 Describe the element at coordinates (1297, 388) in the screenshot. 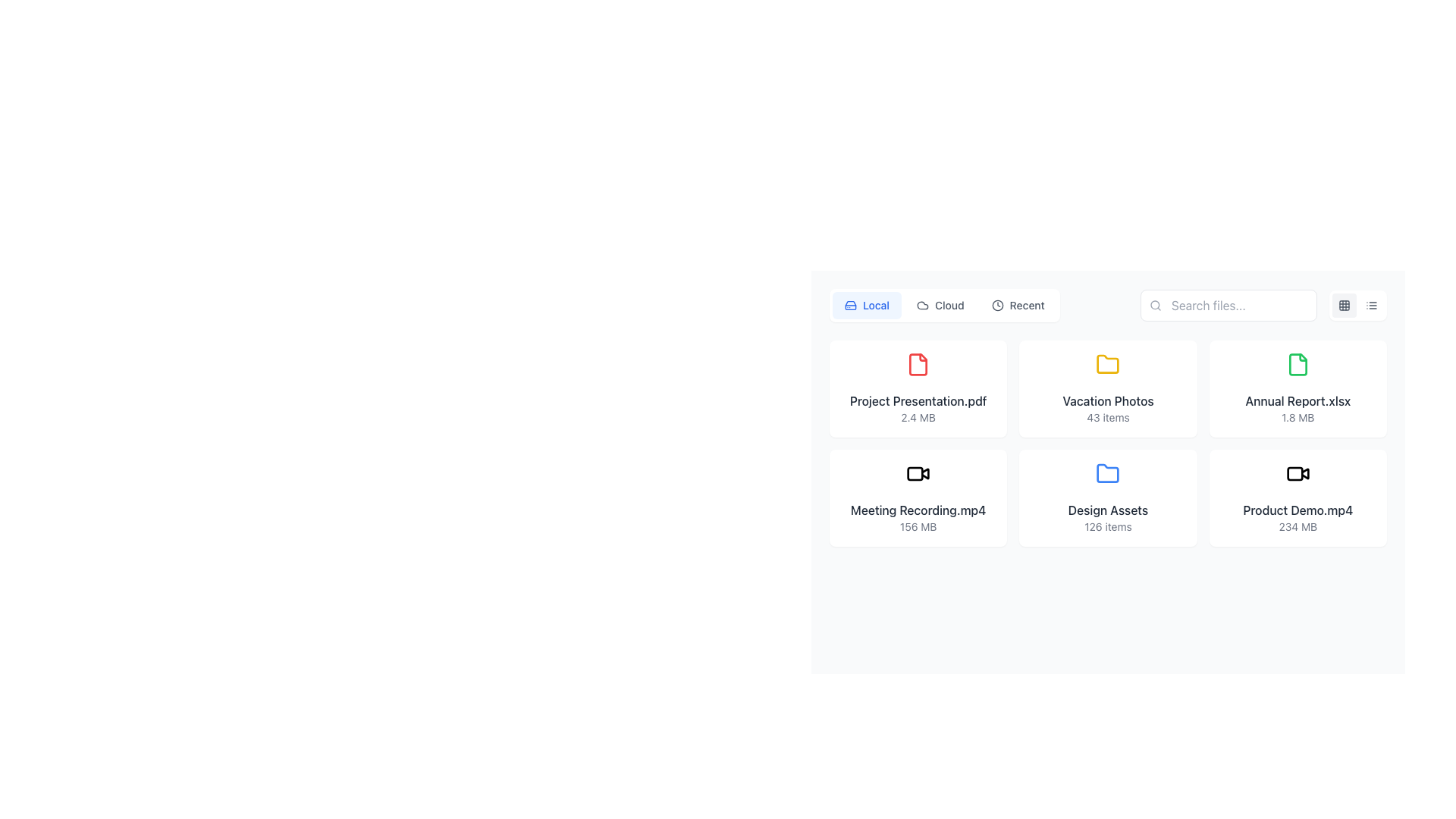

I see `the File representation component for 'Annual Report.xlsx' located in the top-right corner of the layout grid` at that location.